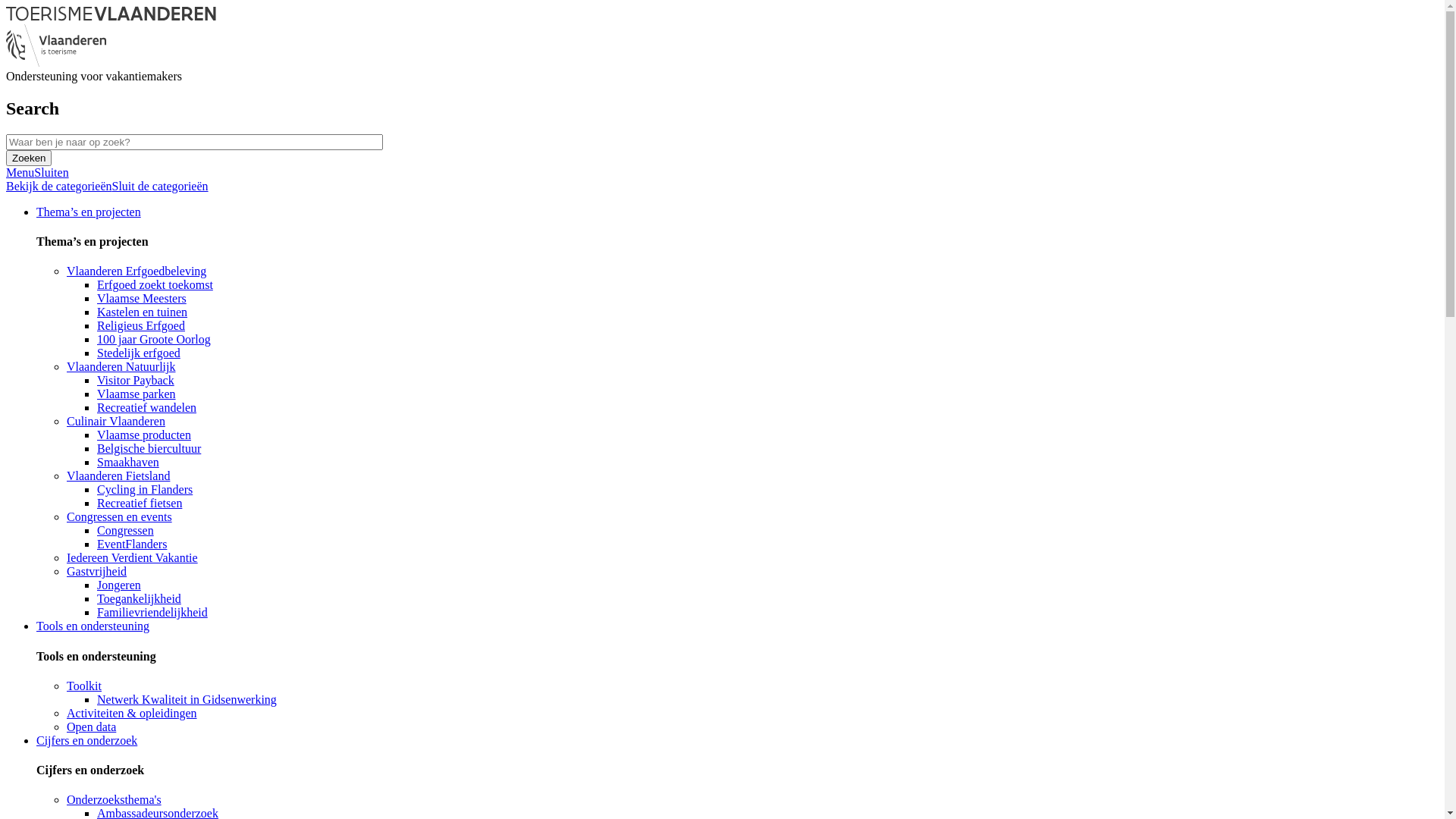 The image size is (1456, 819). I want to click on 'Cycling in Flanders', so click(145, 489).